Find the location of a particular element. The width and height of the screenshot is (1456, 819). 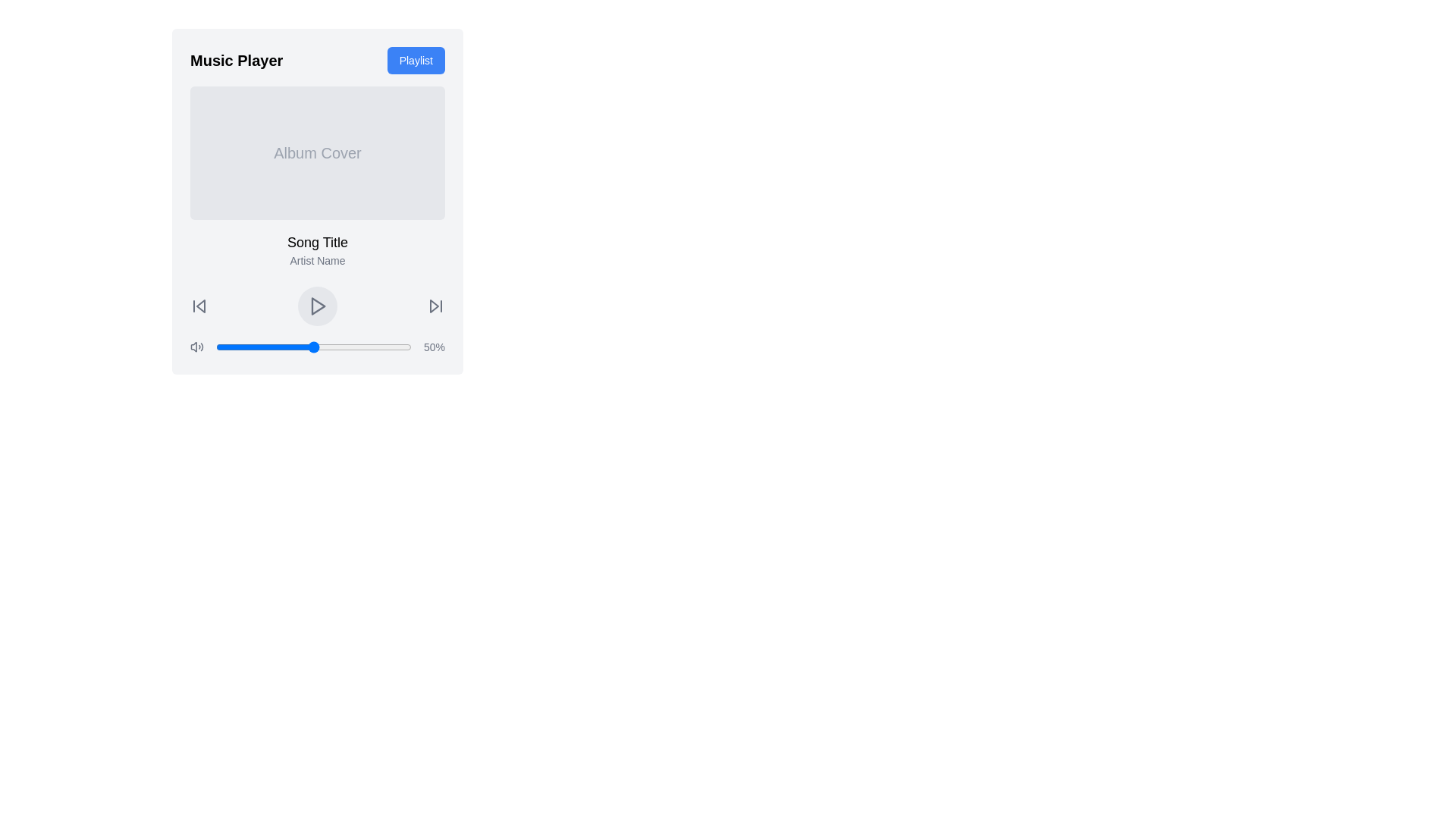

displayed text from the 'Artist Name' label, which is a small gray text located beneath the 'Song Title' in the music player interface is located at coordinates (316, 259).